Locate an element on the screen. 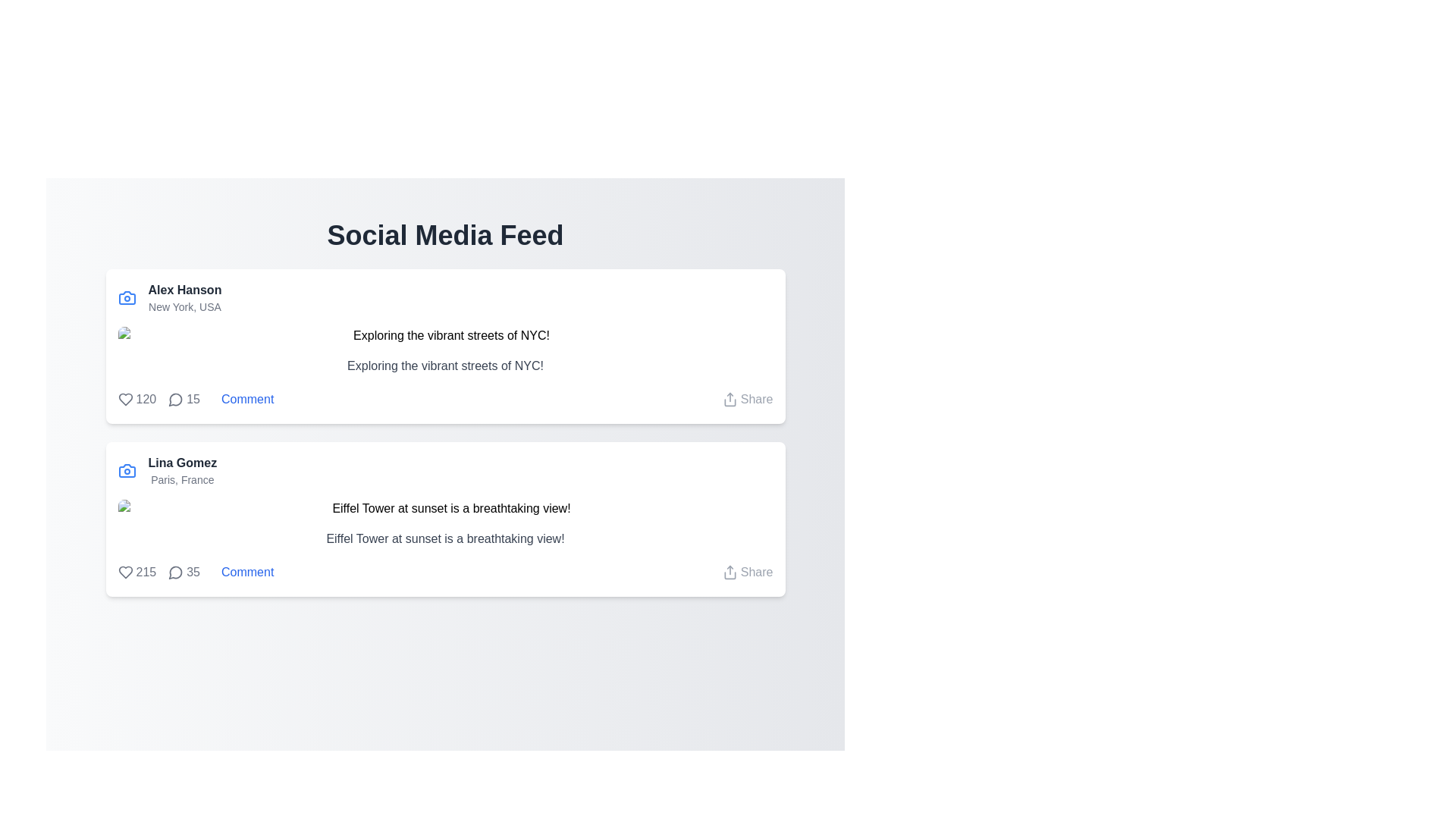  the circular speech bubble icon outlined in black, which is located to the immediate right of the heart icon with the numeric value (120) and precedes the numeric label (15) and the 'Comment' link is located at coordinates (175, 399).